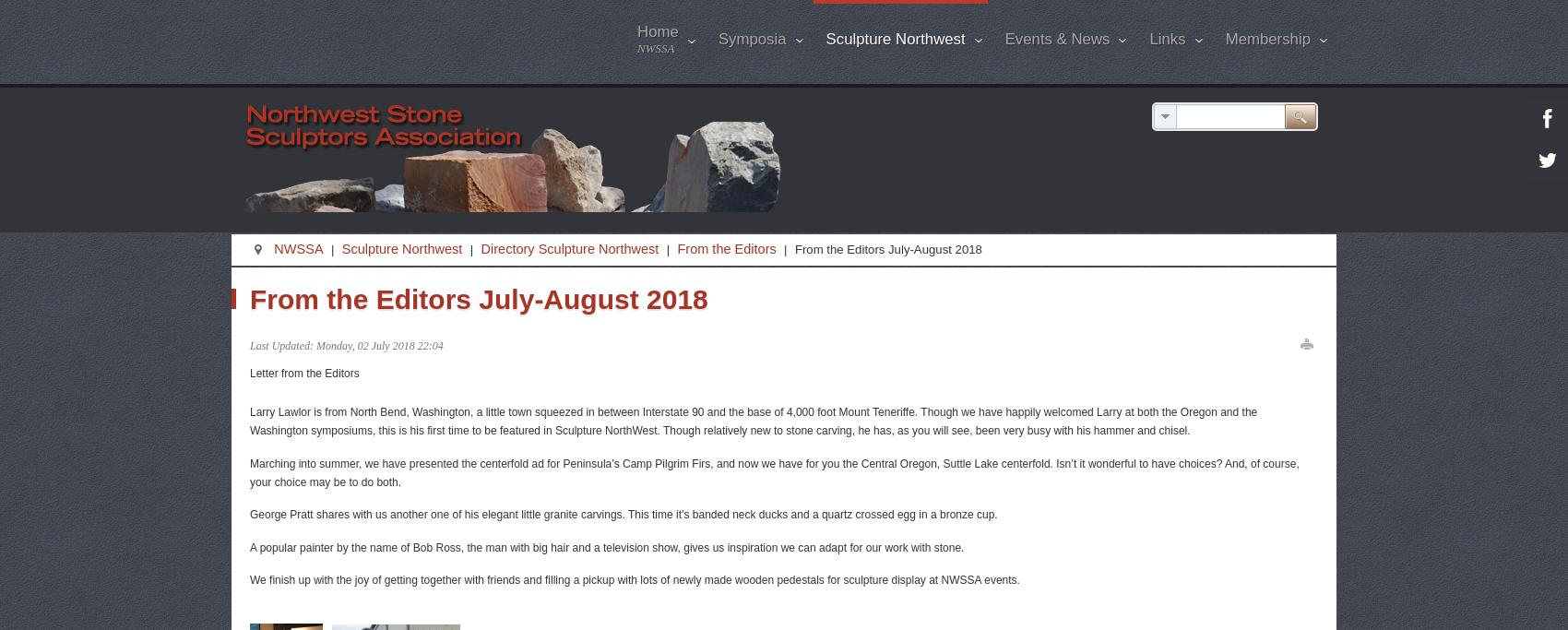  Describe the element at coordinates (1210, 314) in the screenshot. I see `'Search - K2'` at that location.